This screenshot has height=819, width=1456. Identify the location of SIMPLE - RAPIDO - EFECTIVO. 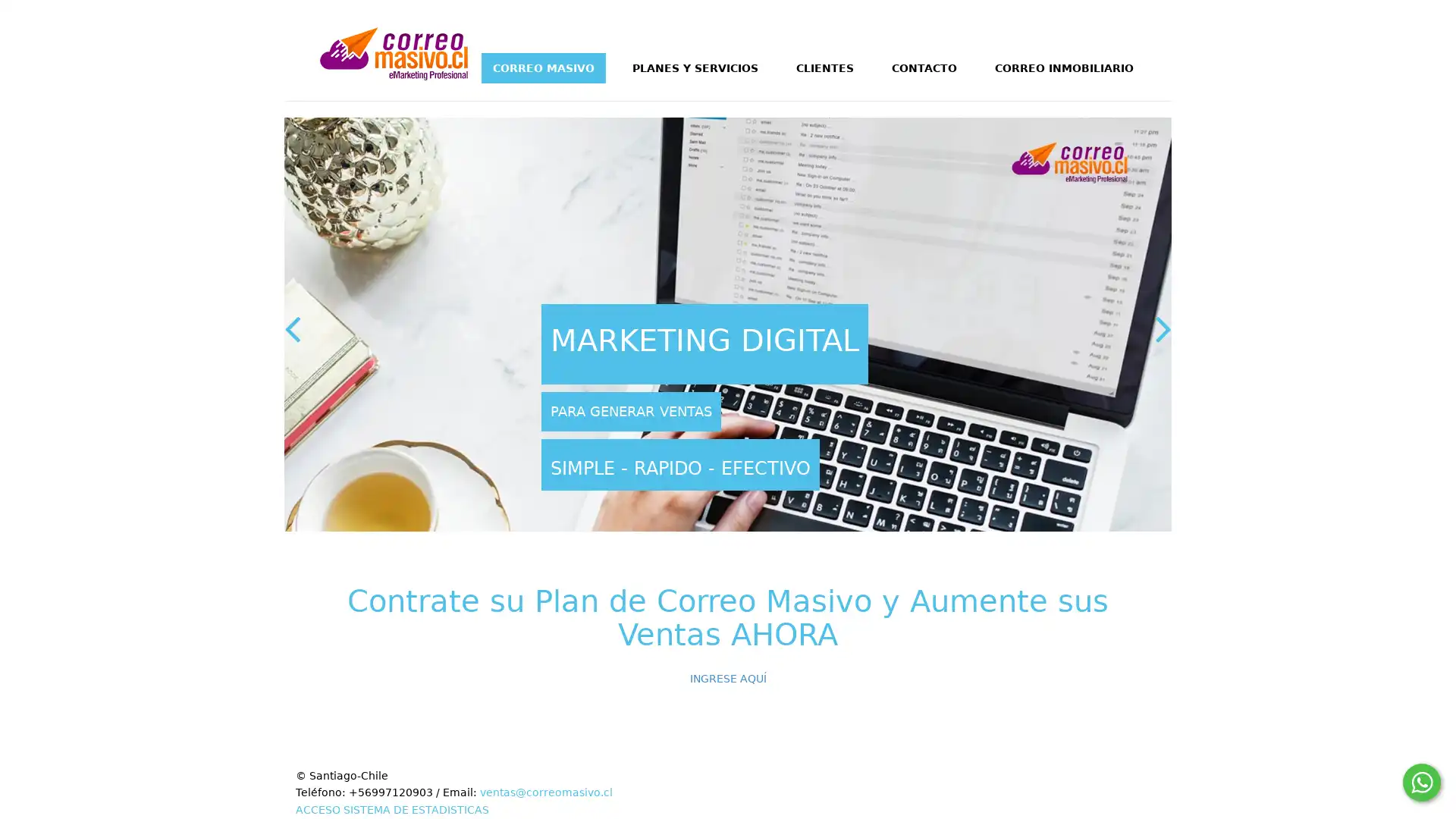
(679, 463).